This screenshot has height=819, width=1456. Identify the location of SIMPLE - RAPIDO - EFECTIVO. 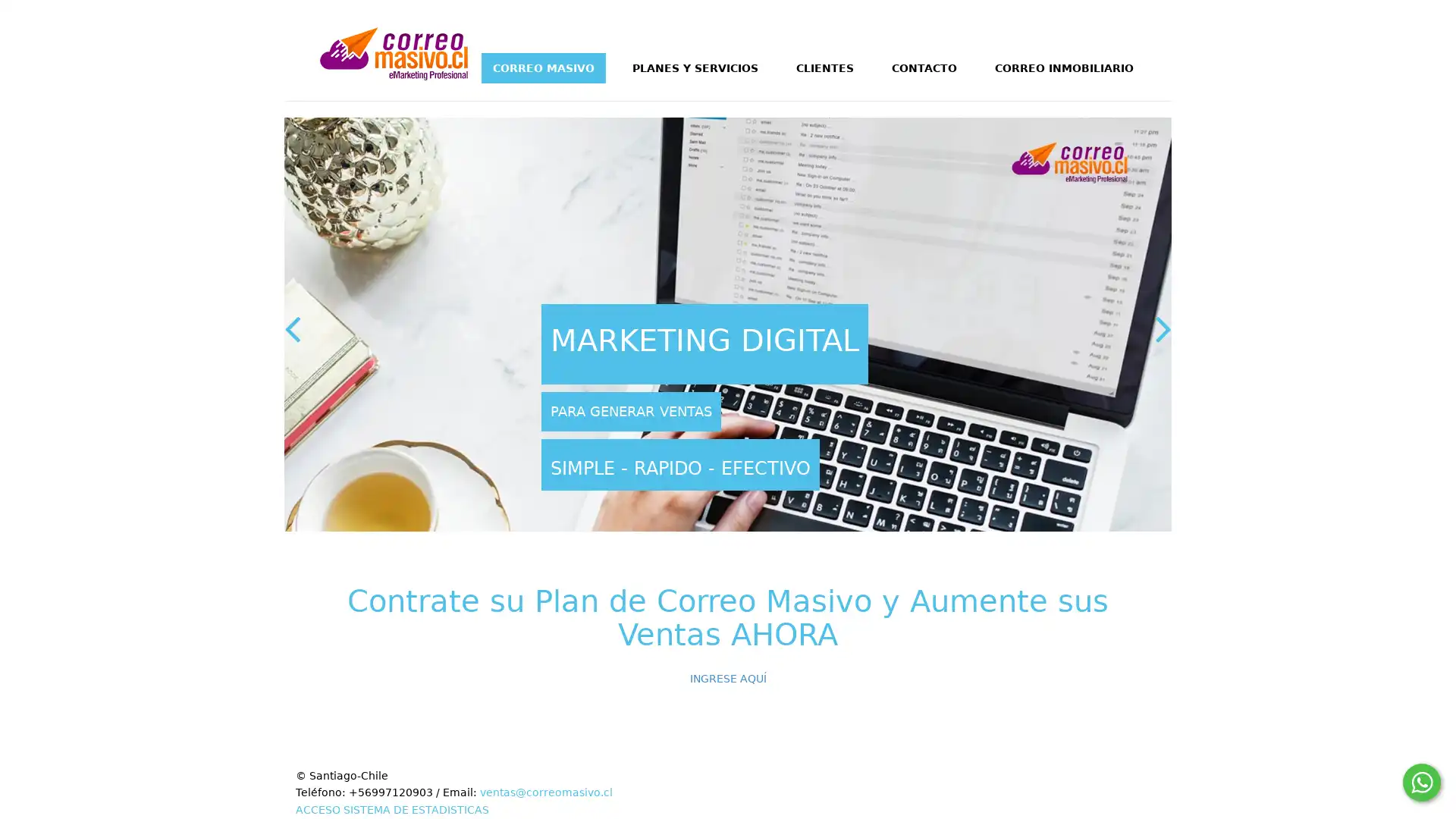
(679, 463).